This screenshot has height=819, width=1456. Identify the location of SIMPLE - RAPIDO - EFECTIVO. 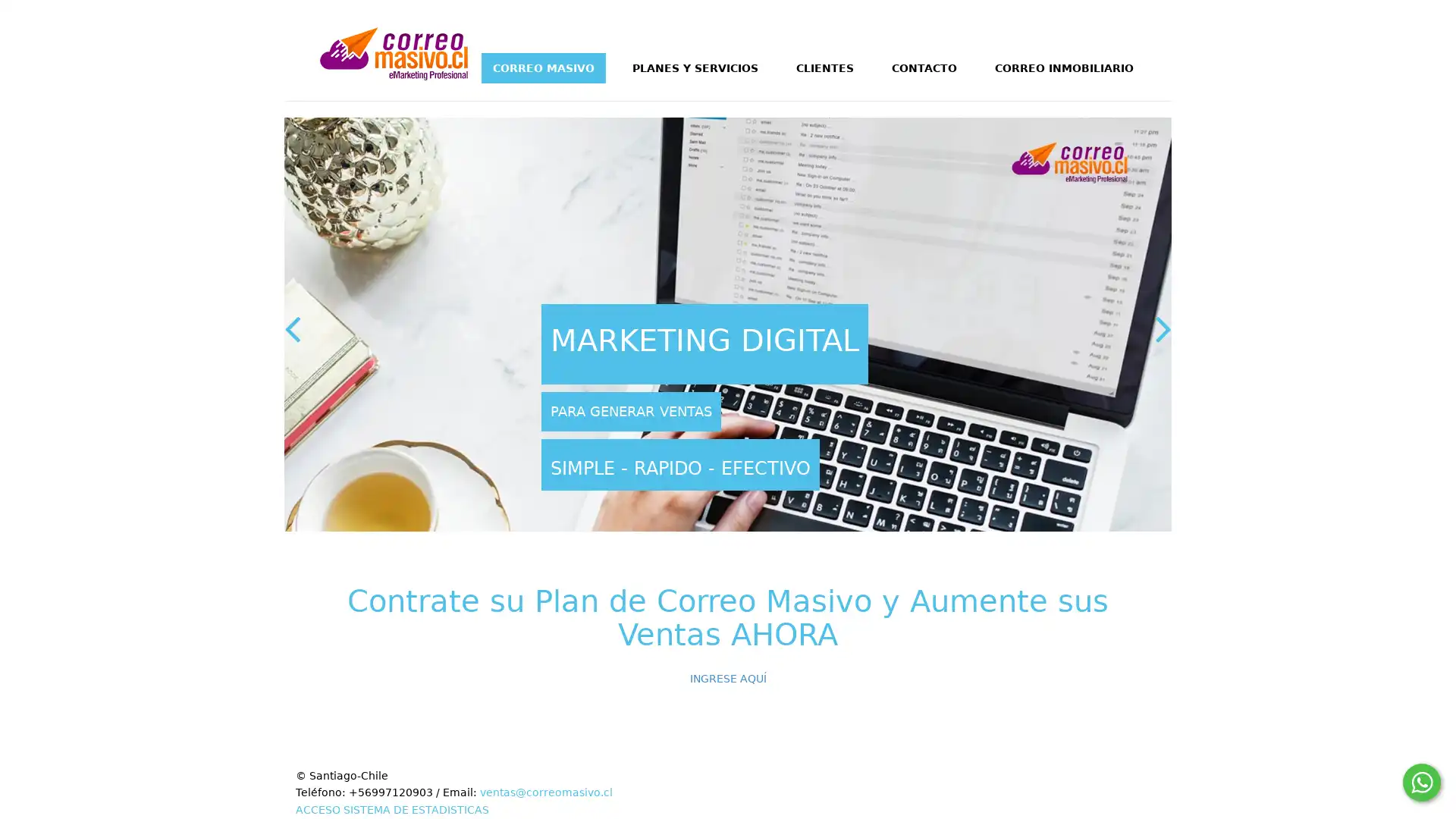
(679, 463).